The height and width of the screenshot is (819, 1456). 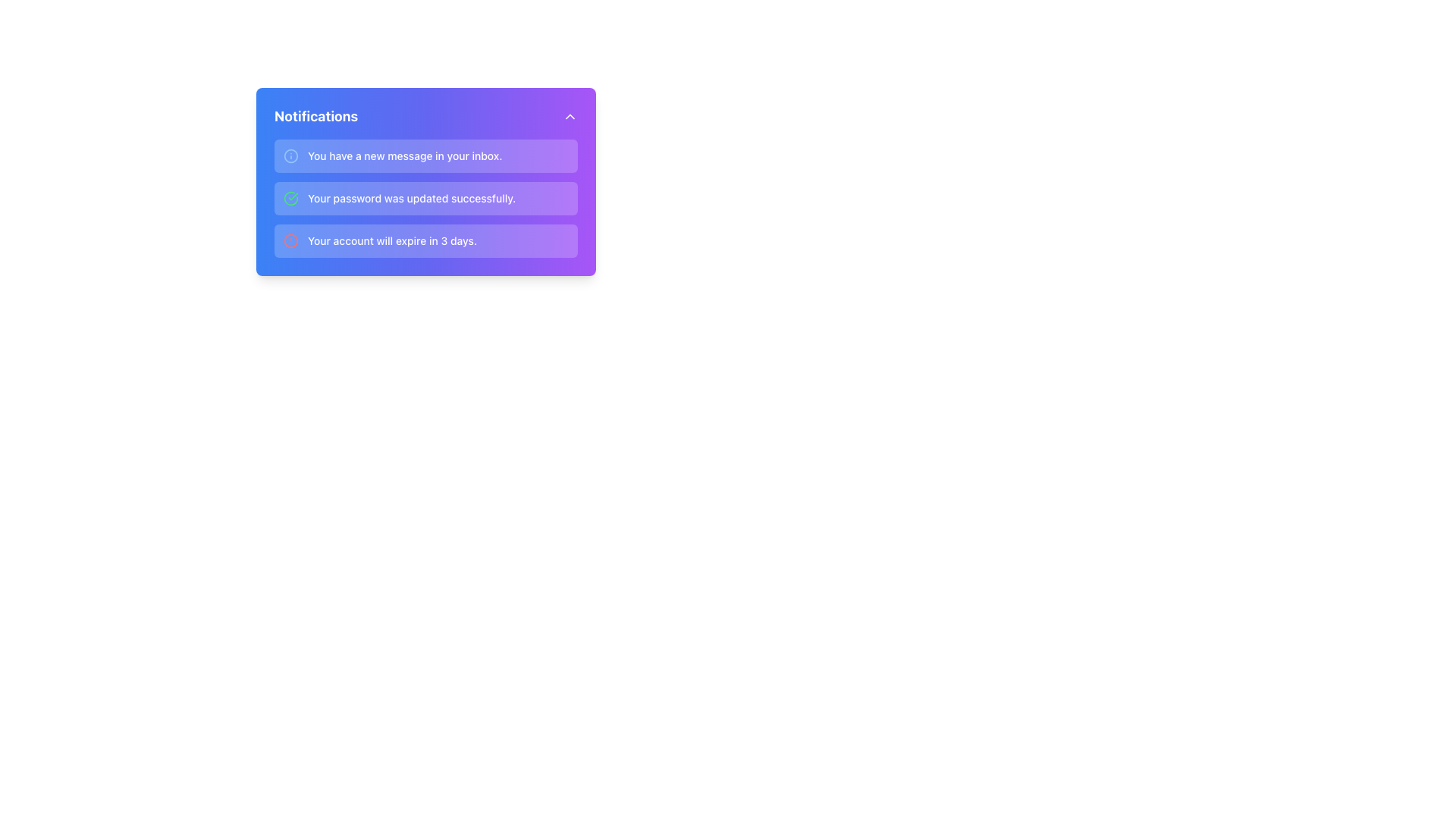 What do you see at coordinates (405, 155) in the screenshot?
I see `the notification message text that informs the user about a new message in their inbox` at bounding box center [405, 155].